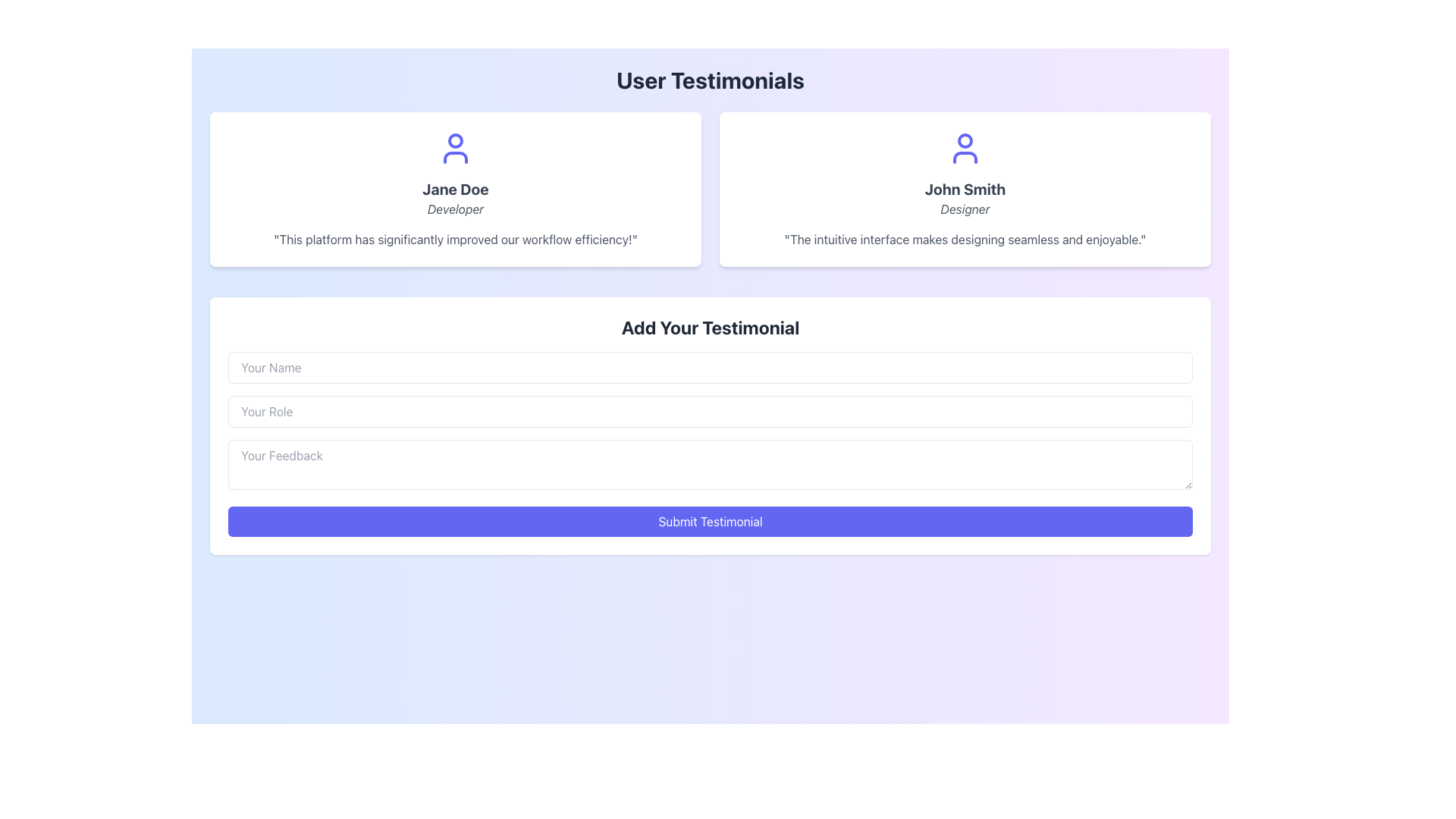 The image size is (1456, 819). What do you see at coordinates (454, 140) in the screenshot?
I see `the circular icon representing the profile picture placeholder located near the top of the 'Jane Doe Developer' card in the 'User Testimonials' section` at bounding box center [454, 140].